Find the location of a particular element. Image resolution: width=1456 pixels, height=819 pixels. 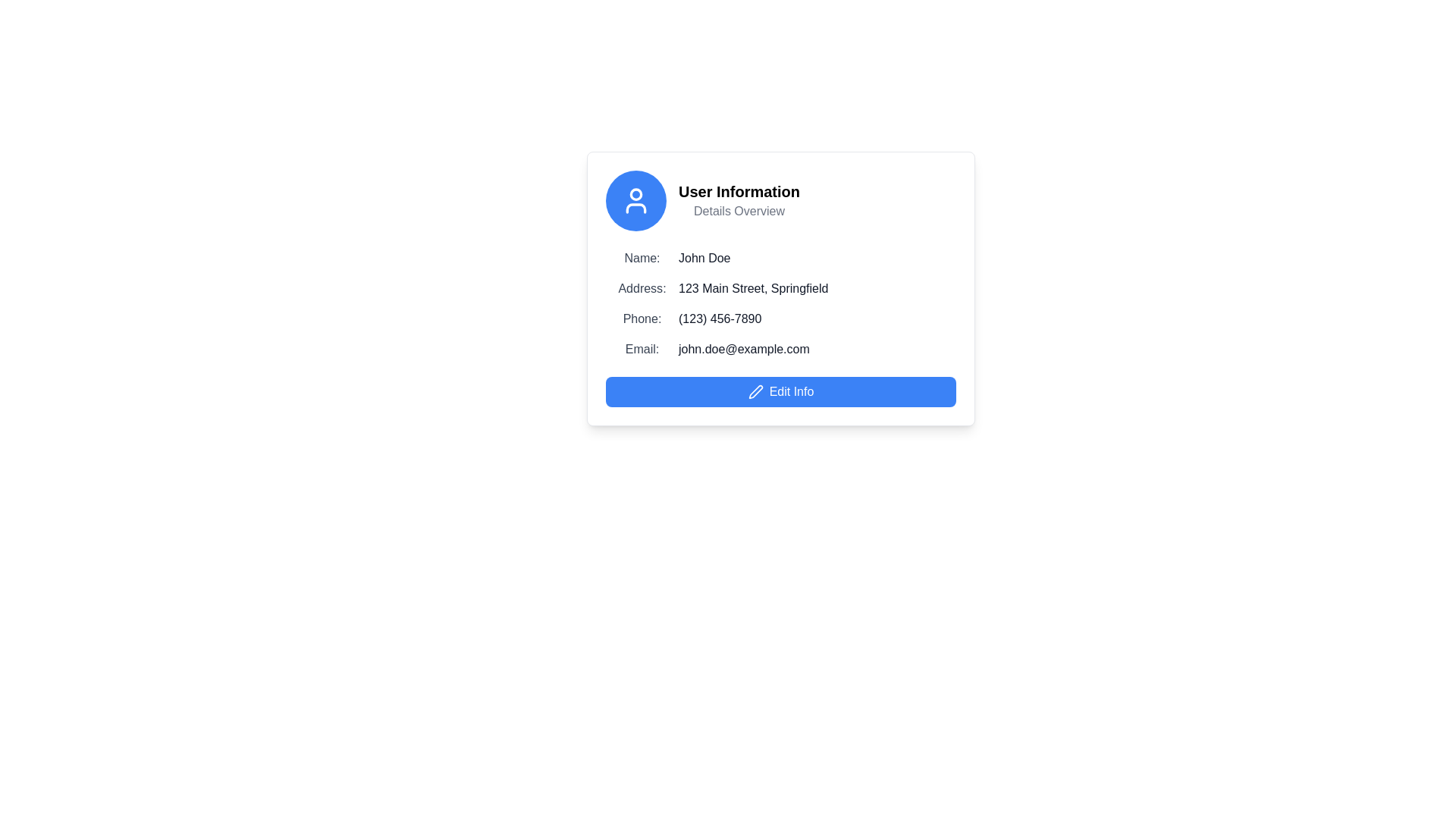

the pen-shaped icon located inside the 'Edit Info' button at the bottom center of the card for potential visual feedback is located at coordinates (755, 391).